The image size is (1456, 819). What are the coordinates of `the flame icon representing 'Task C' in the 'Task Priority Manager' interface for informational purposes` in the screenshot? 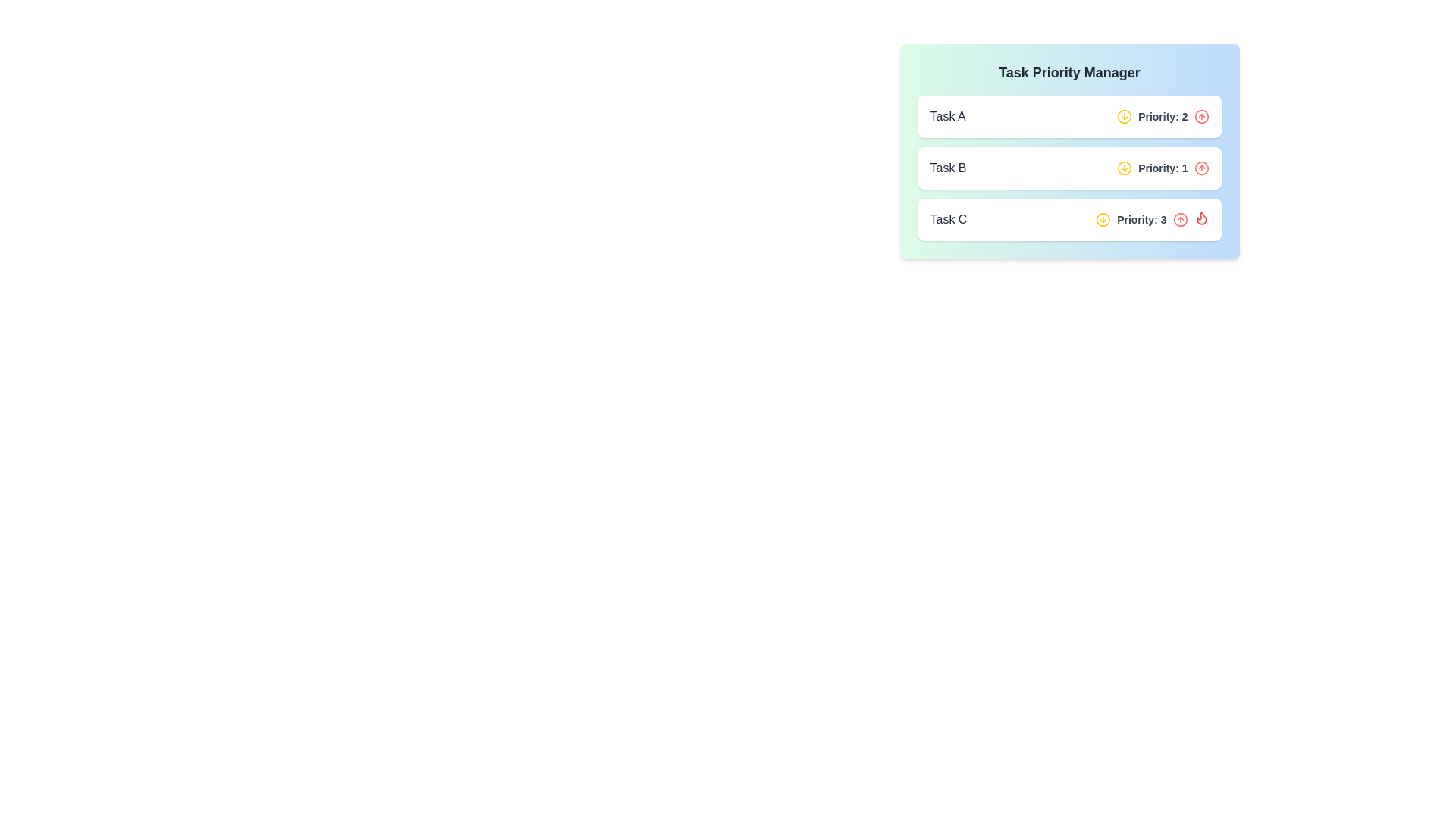 It's located at (1200, 218).